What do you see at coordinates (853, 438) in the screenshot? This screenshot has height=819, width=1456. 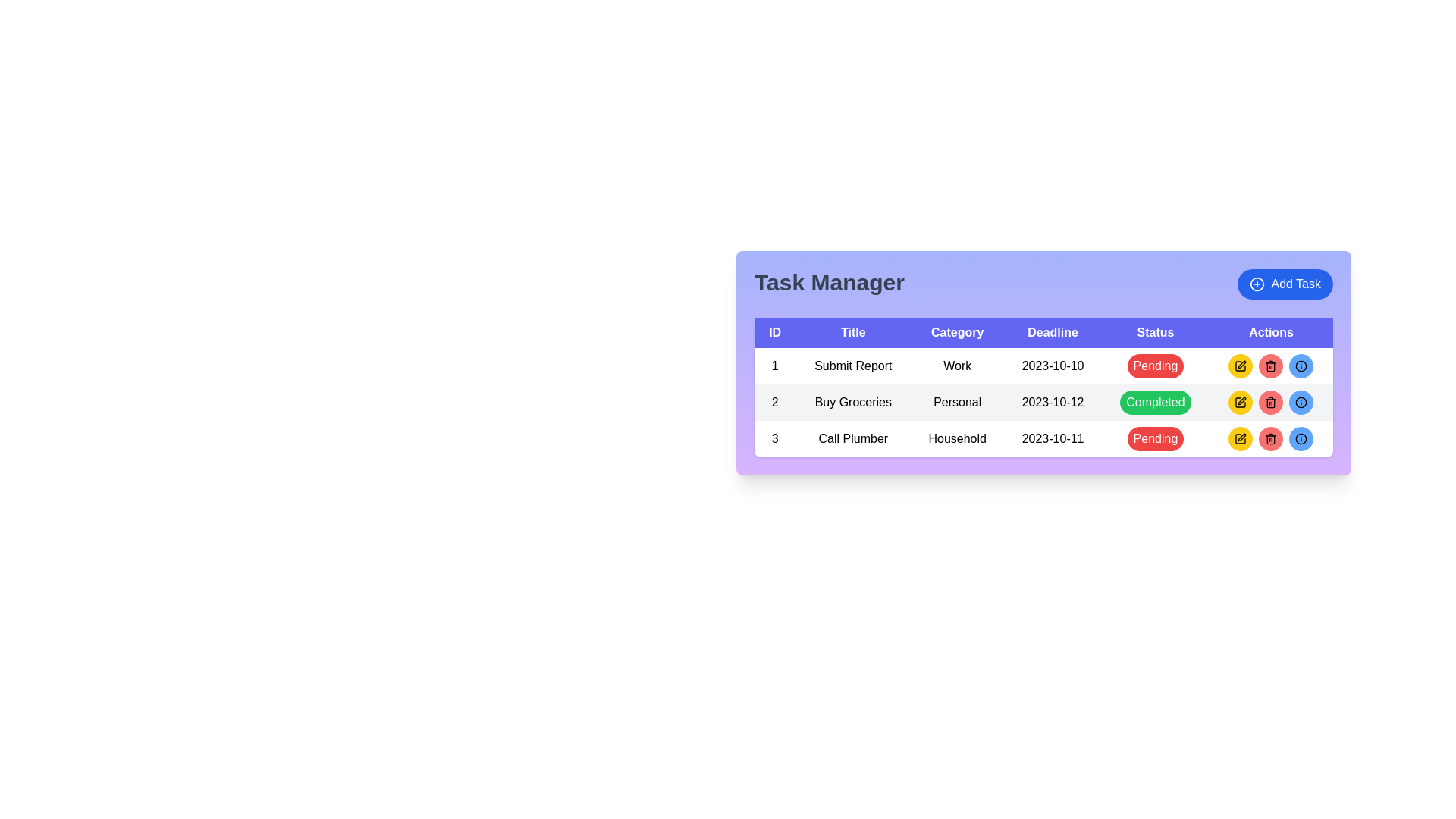 I see `the Text Label in the third row under the 'Title' column of the 'Task Manager' table, which displays the title or summary of the task` at bounding box center [853, 438].